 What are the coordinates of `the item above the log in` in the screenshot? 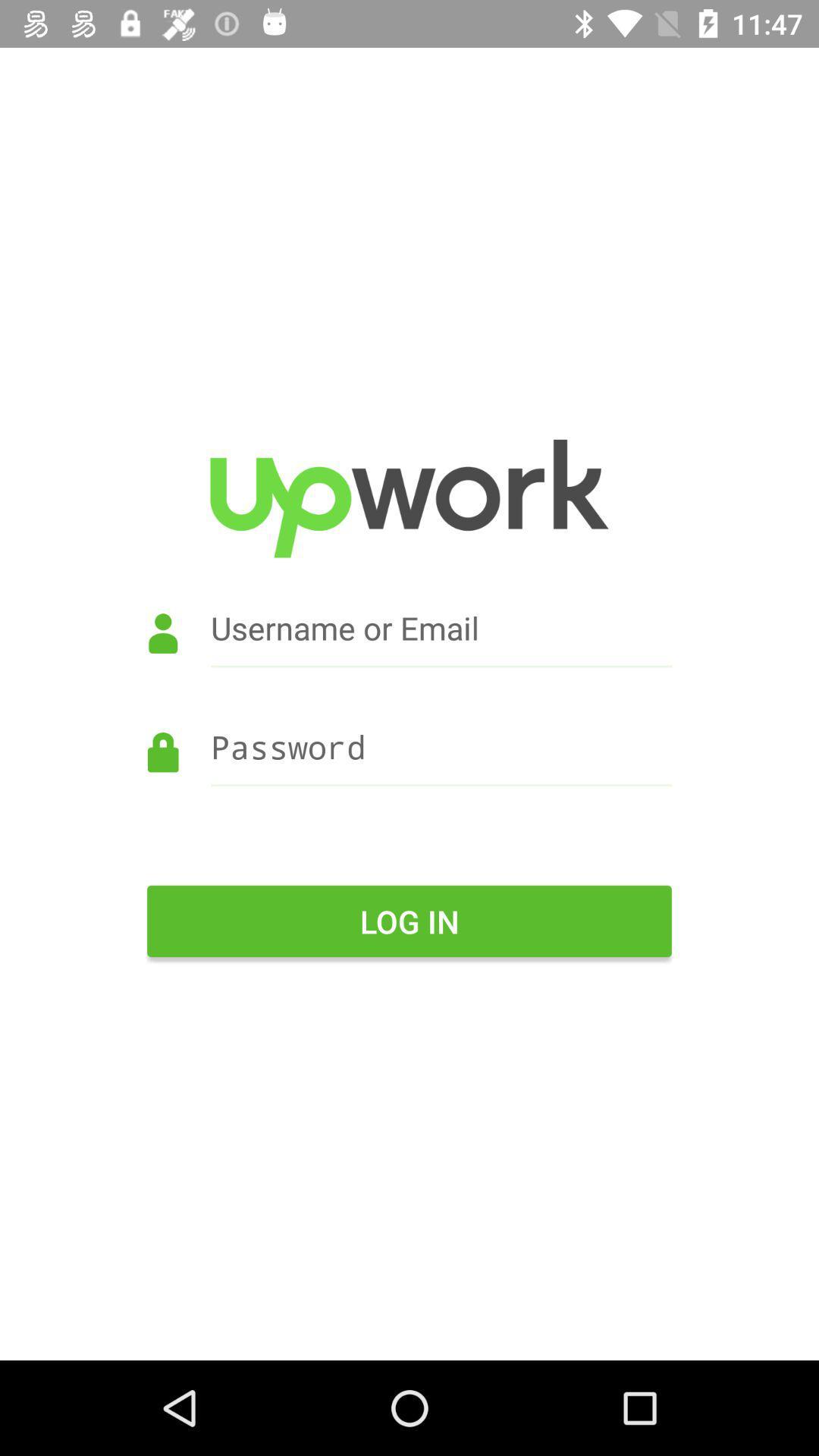 It's located at (409, 768).